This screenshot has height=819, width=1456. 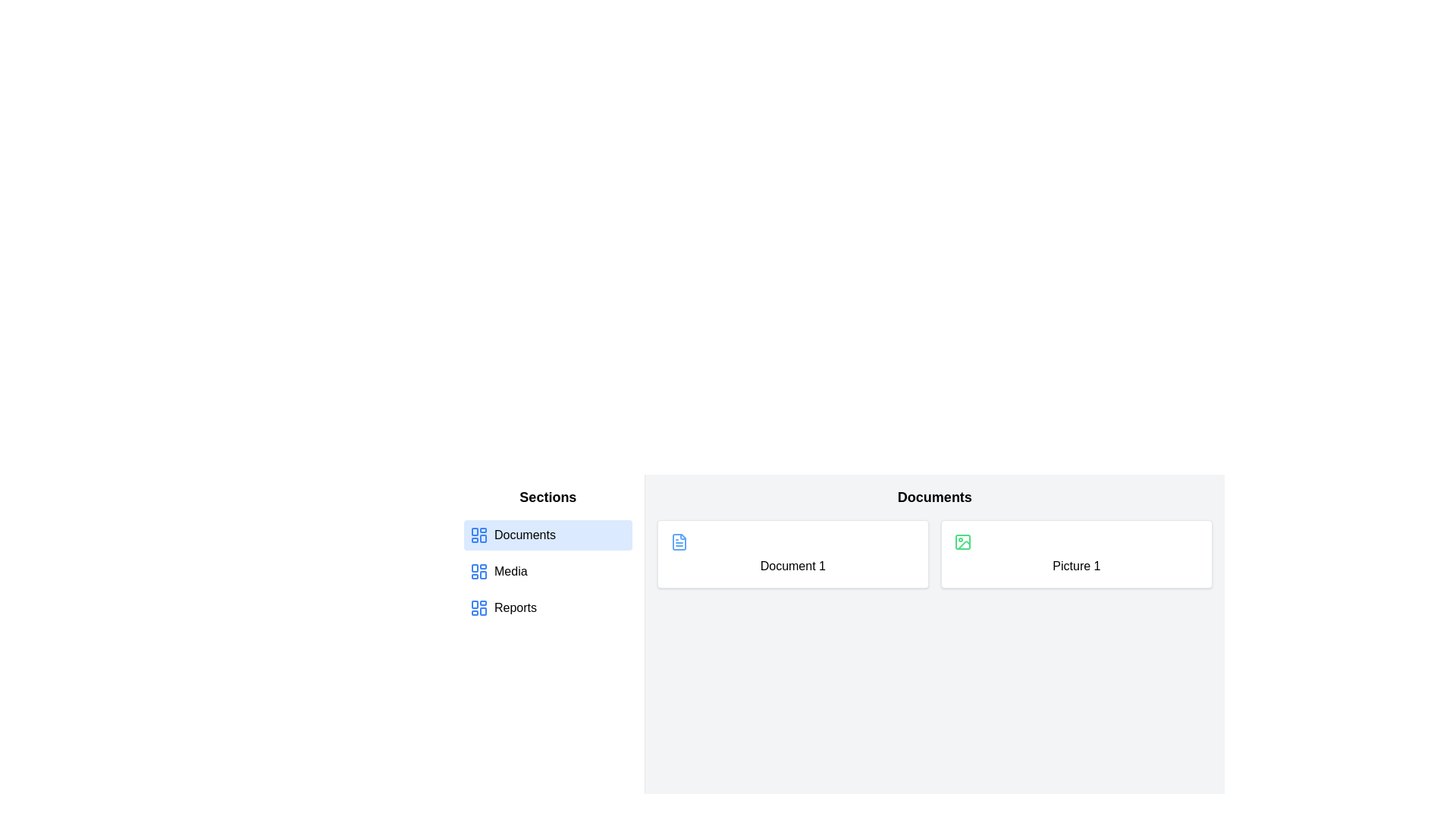 What do you see at coordinates (792, 554) in the screenshot?
I see `the first card in the 'Documents' section` at bounding box center [792, 554].